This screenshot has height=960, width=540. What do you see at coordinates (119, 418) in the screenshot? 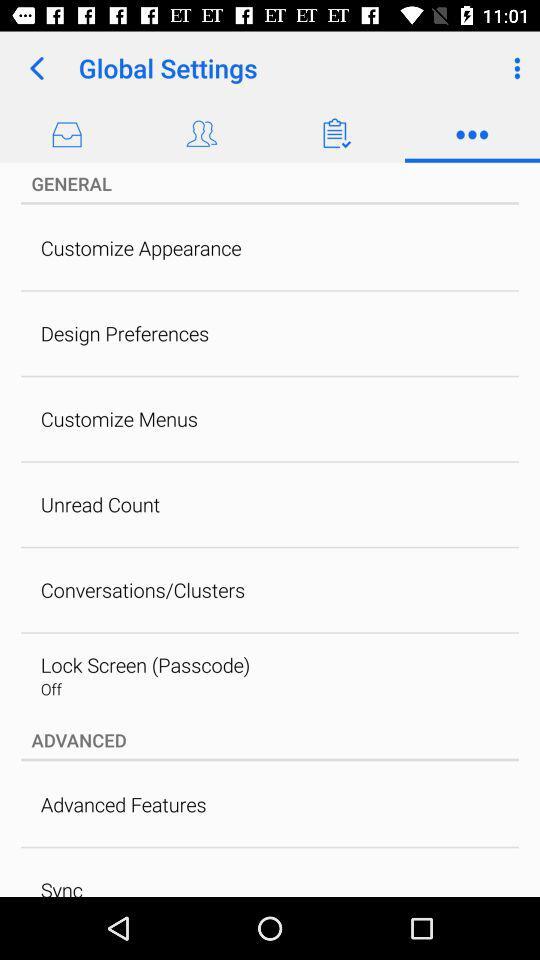
I see `customize menus app` at bounding box center [119, 418].